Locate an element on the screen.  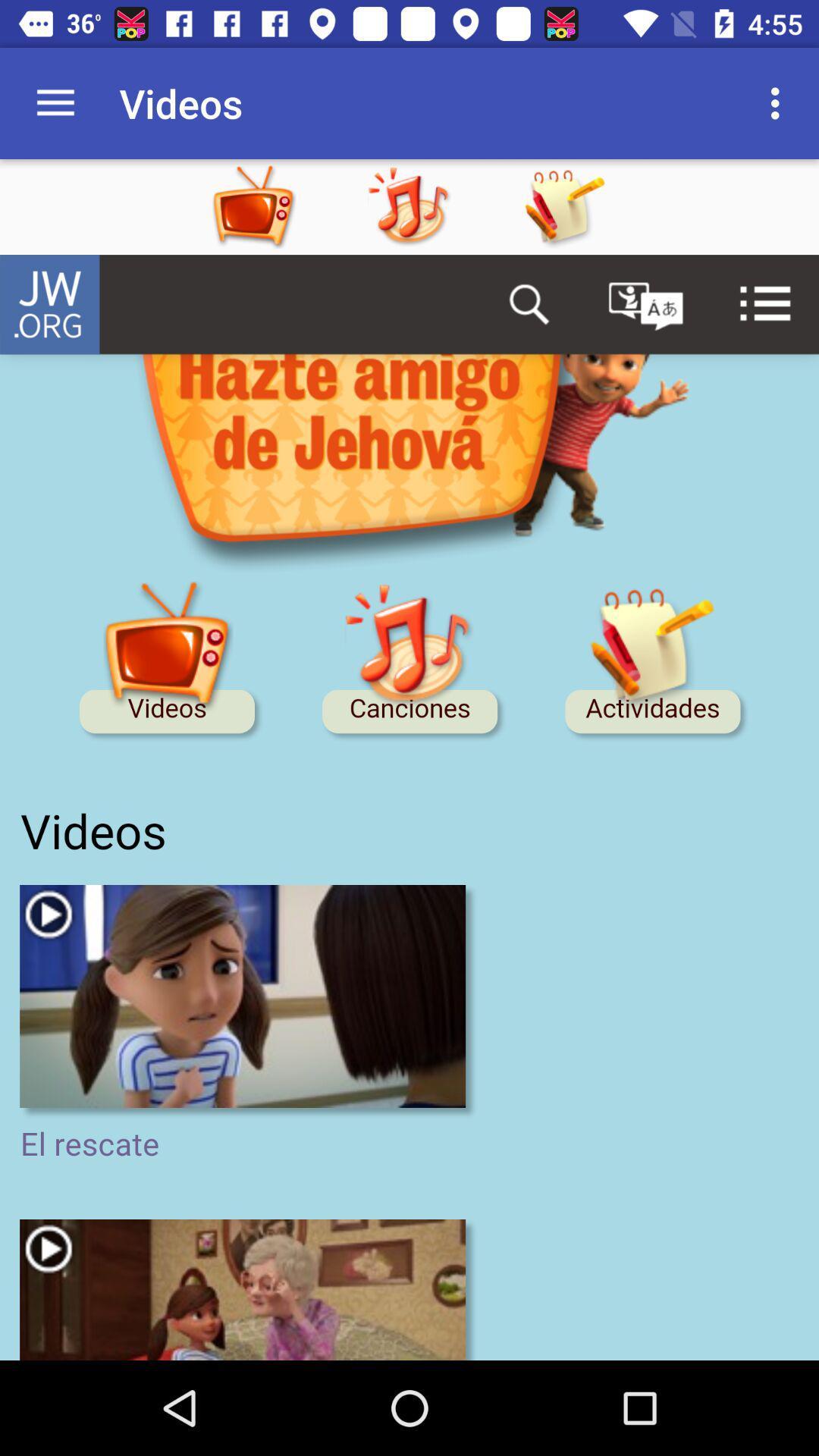
opens a music tab is located at coordinates (439, 206).